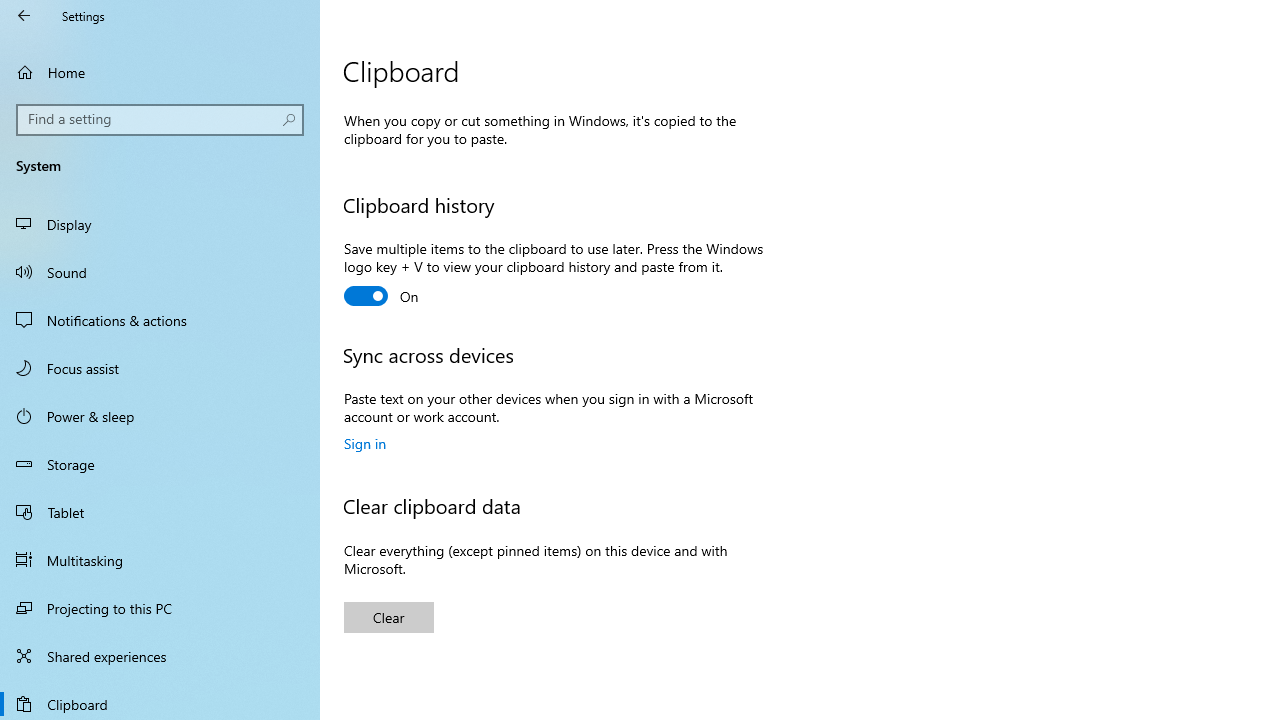 The width and height of the screenshot is (1280, 720). I want to click on 'Tablet', so click(160, 510).